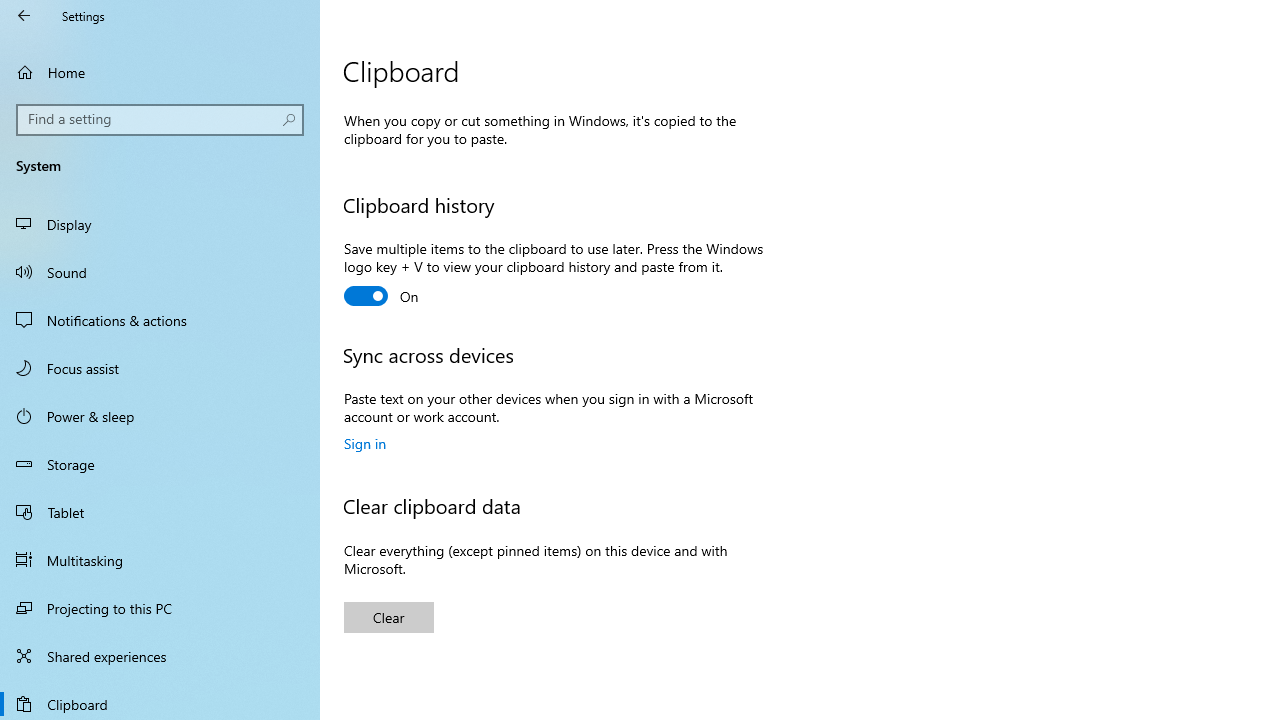 The width and height of the screenshot is (1280, 720). I want to click on 'Tablet', so click(160, 510).